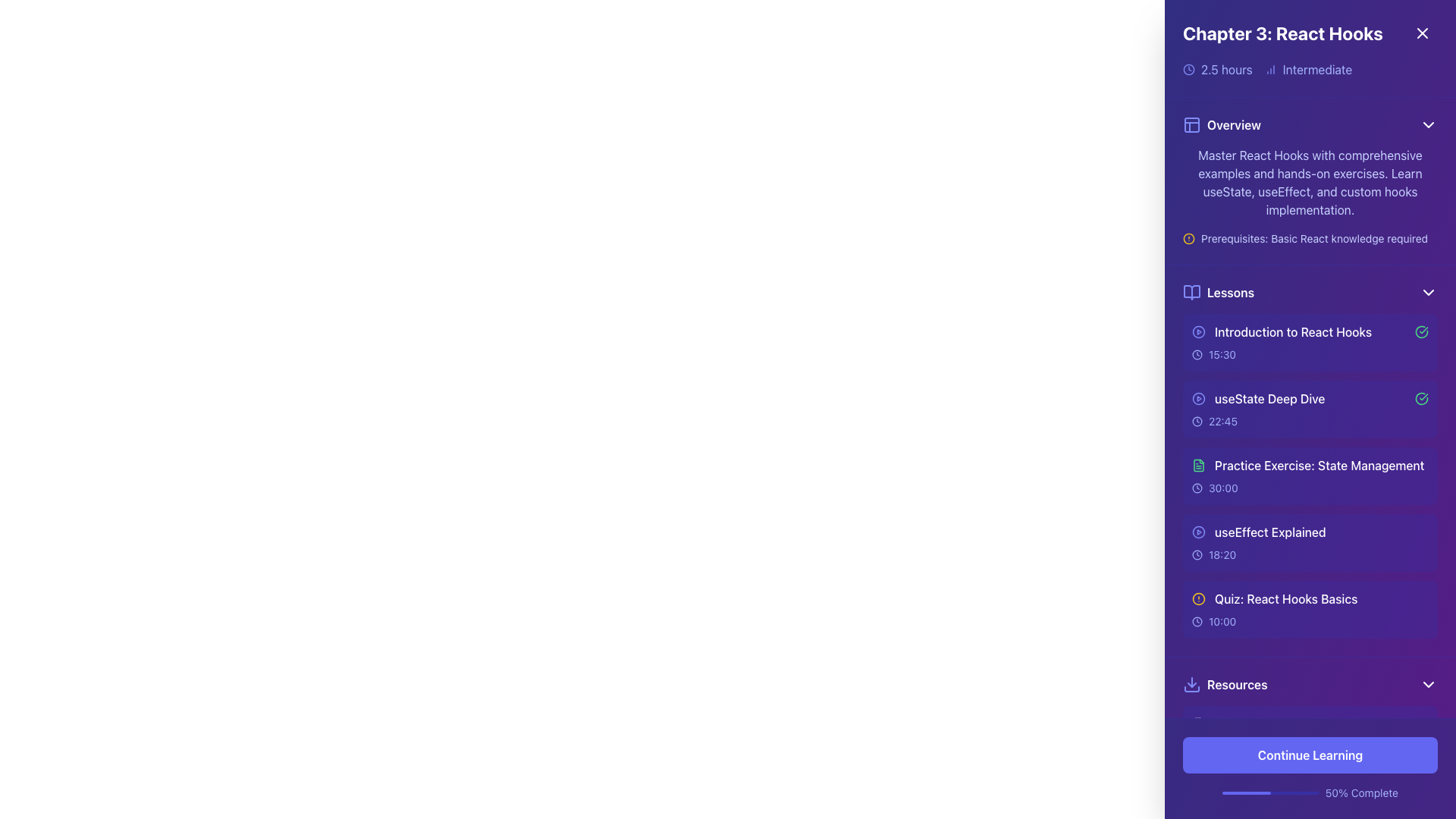  I want to click on the first item in the 'Lessons' section titled 'Introduction to React Hooks', so click(1310, 342).